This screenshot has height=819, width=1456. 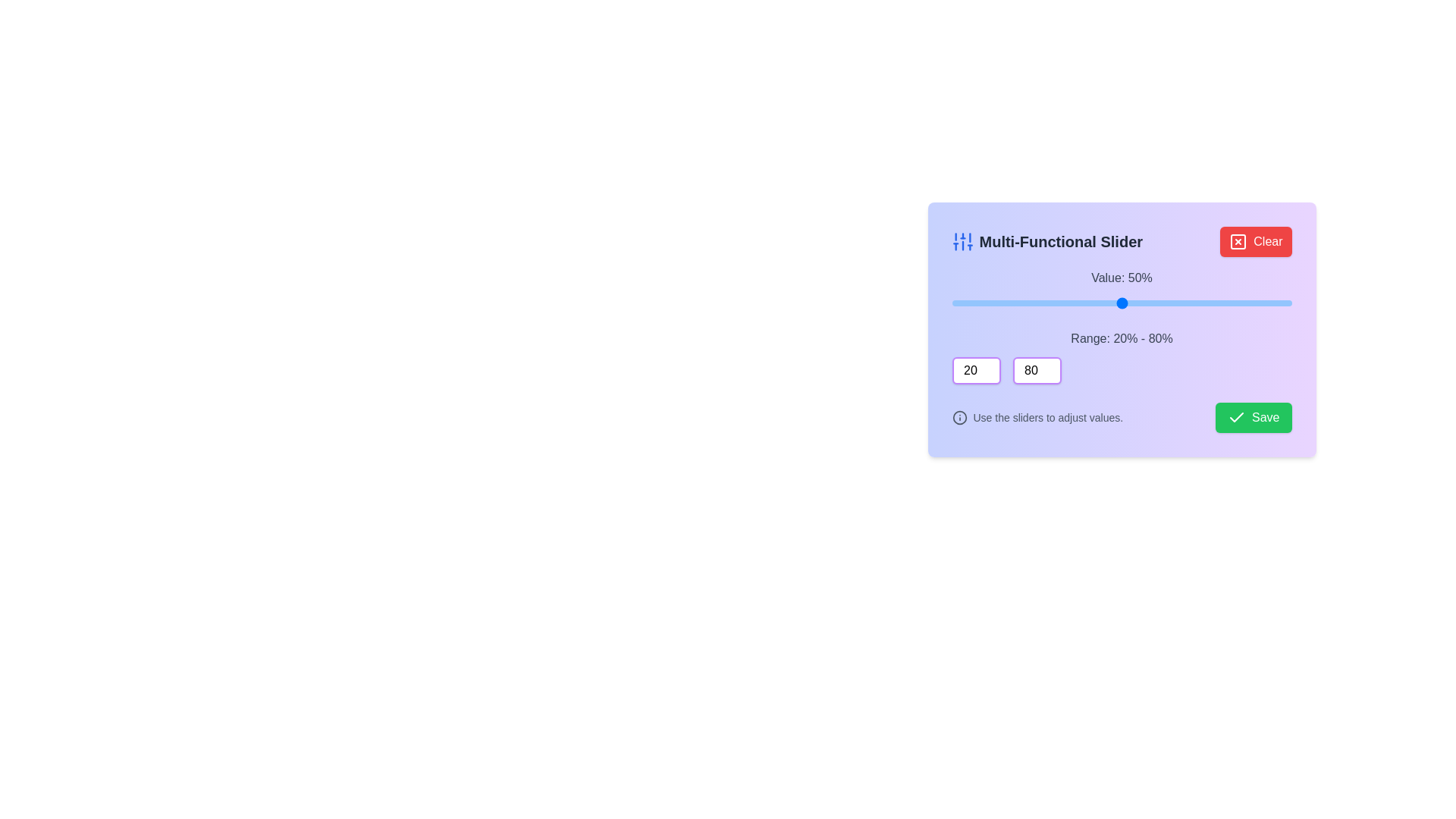 I want to click on the circular background portion of the information icon, which is part of an icon component indicating information, so click(x=959, y=418).